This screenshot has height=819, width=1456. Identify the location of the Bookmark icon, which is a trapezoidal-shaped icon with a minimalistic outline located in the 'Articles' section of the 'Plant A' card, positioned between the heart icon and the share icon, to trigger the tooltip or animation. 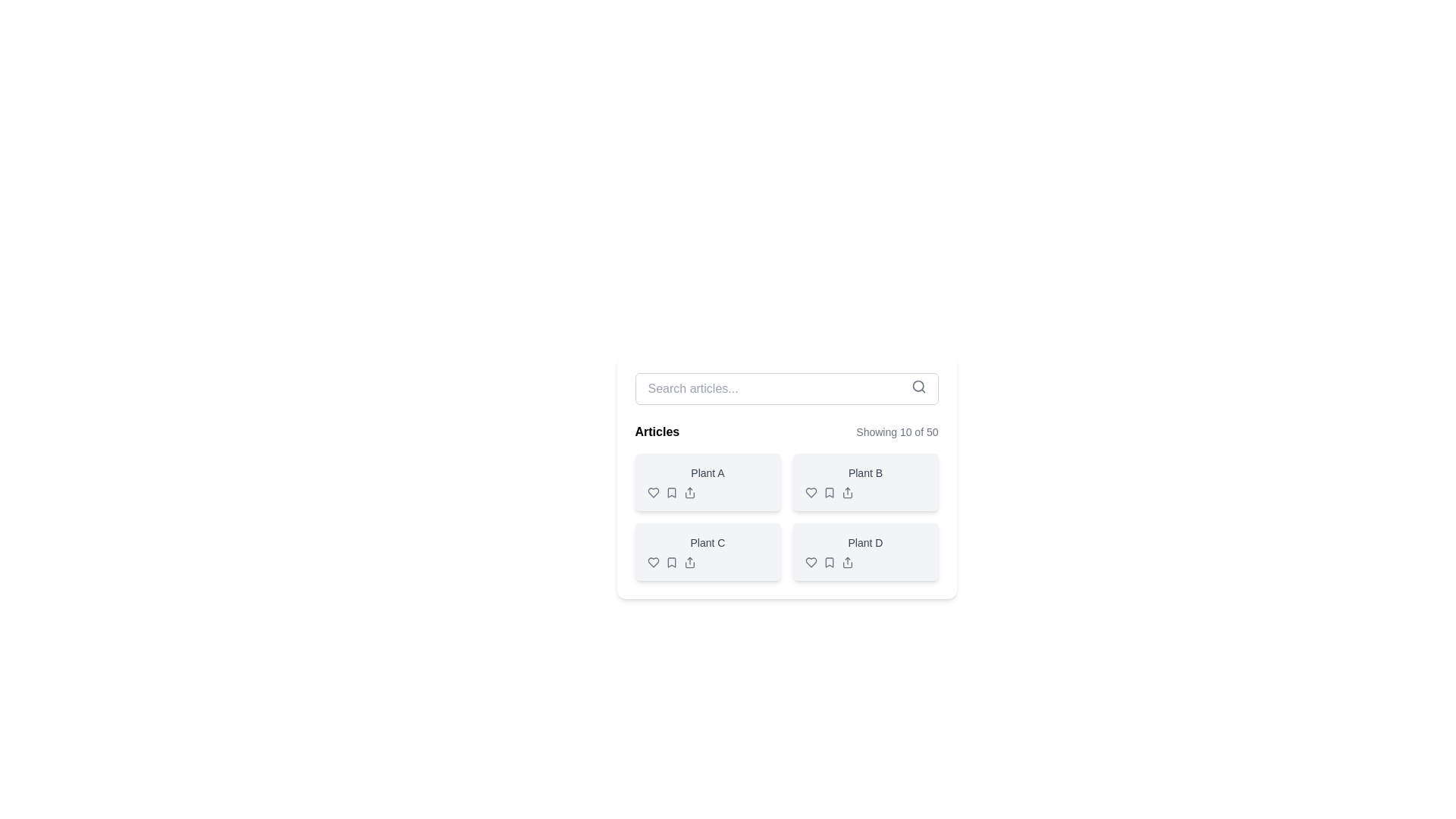
(670, 493).